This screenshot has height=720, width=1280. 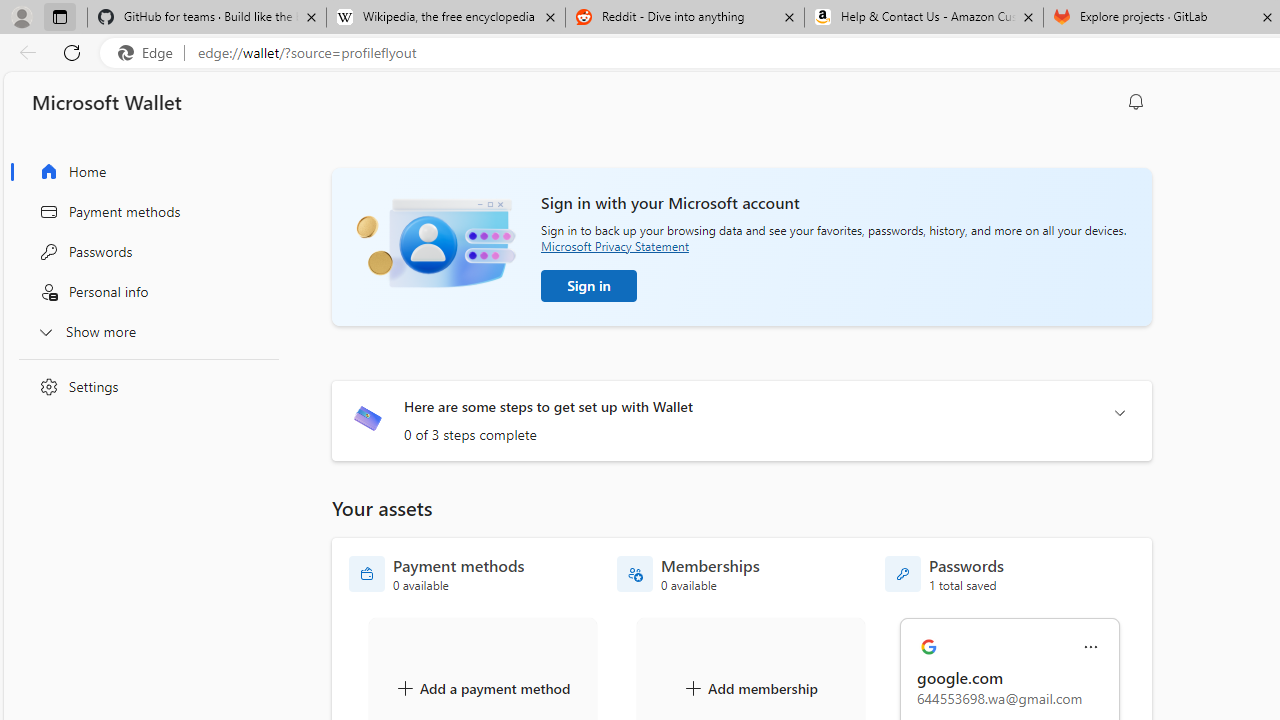 What do you see at coordinates (143, 330) in the screenshot?
I see `'Show more'` at bounding box center [143, 330].